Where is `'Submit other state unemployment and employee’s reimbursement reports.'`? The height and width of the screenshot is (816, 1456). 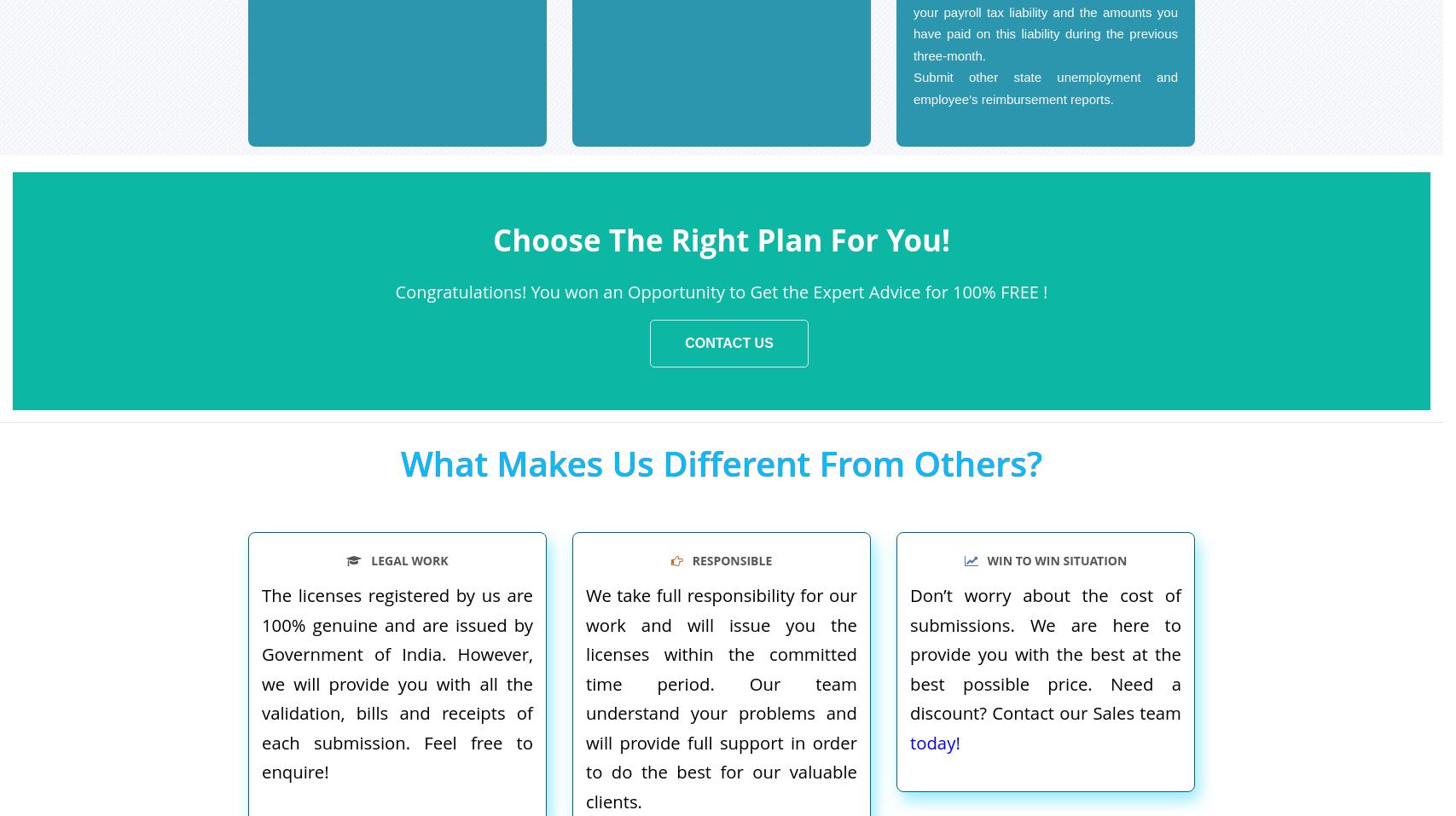
'Submit other state unemployment and employee’s reimbursement reports.' is located at coordinates (1044, 87).